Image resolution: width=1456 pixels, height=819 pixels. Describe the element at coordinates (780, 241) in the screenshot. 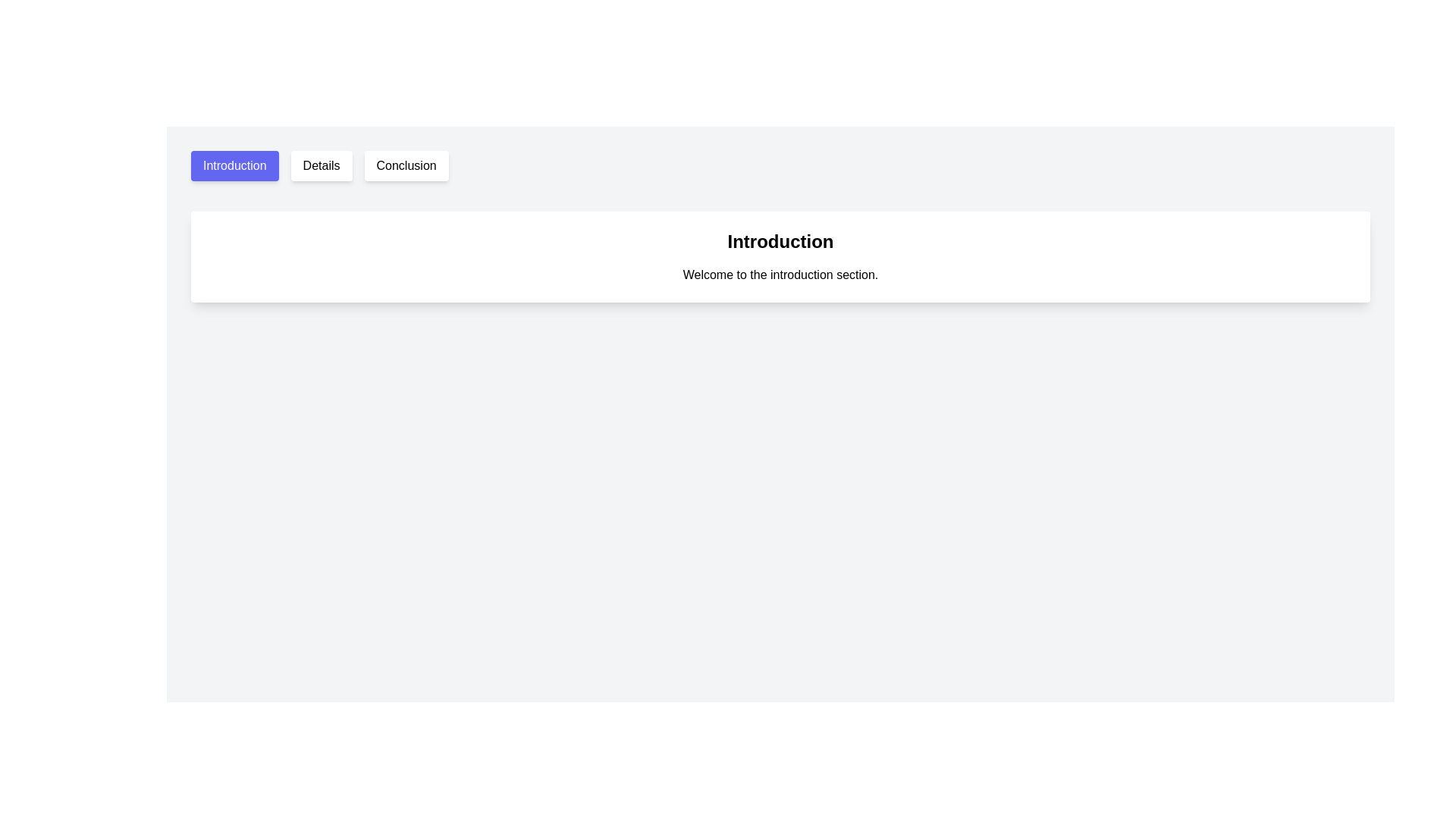

I see `the 'Introduction' text header, which is bold and large, positioned above the text 'Welcome to the introduction section'` at that location.